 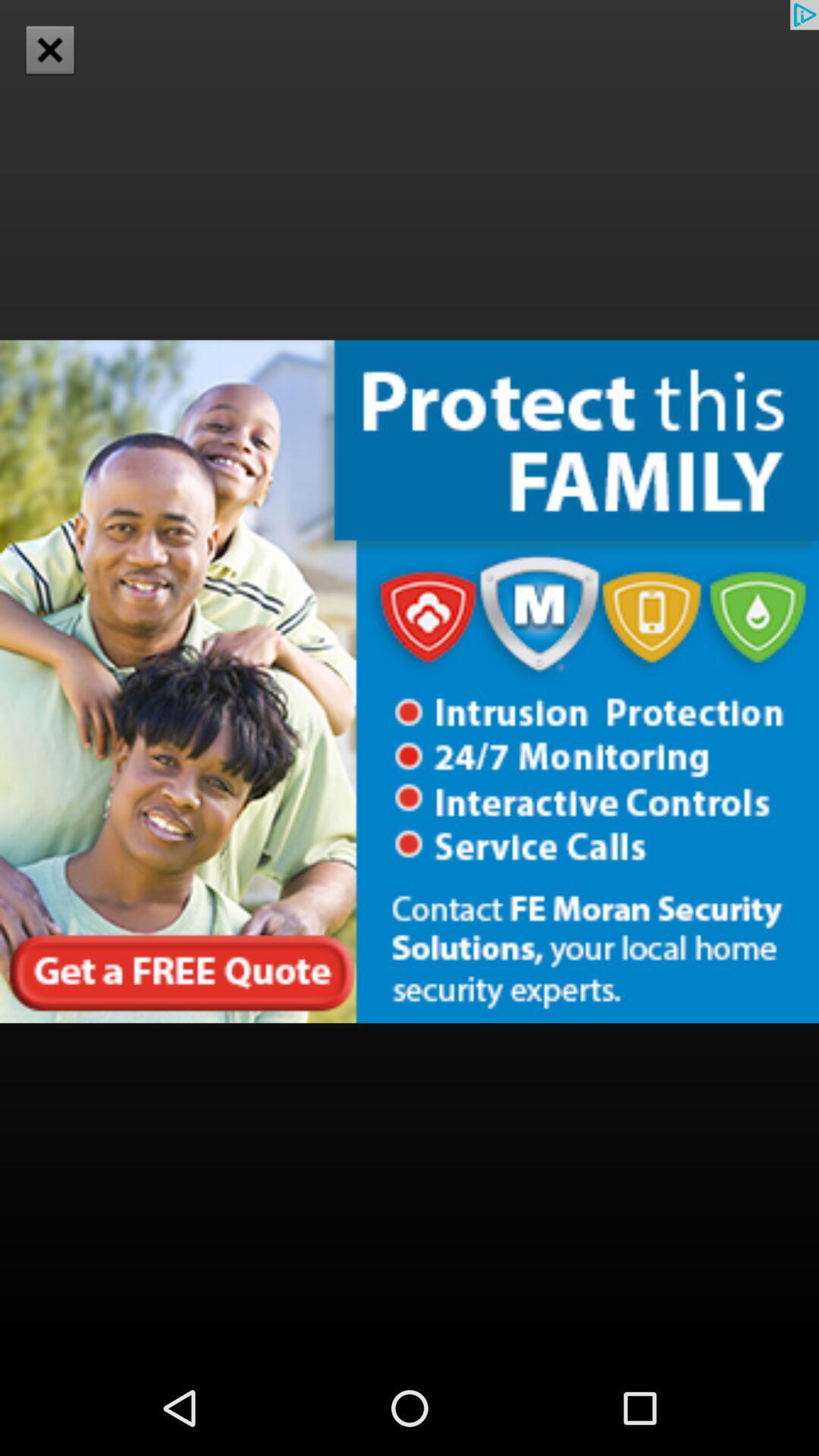 What do you see at coordinates (49, 53) in the screenshot?
I see `the close icon` at bounding box center [49, 53].